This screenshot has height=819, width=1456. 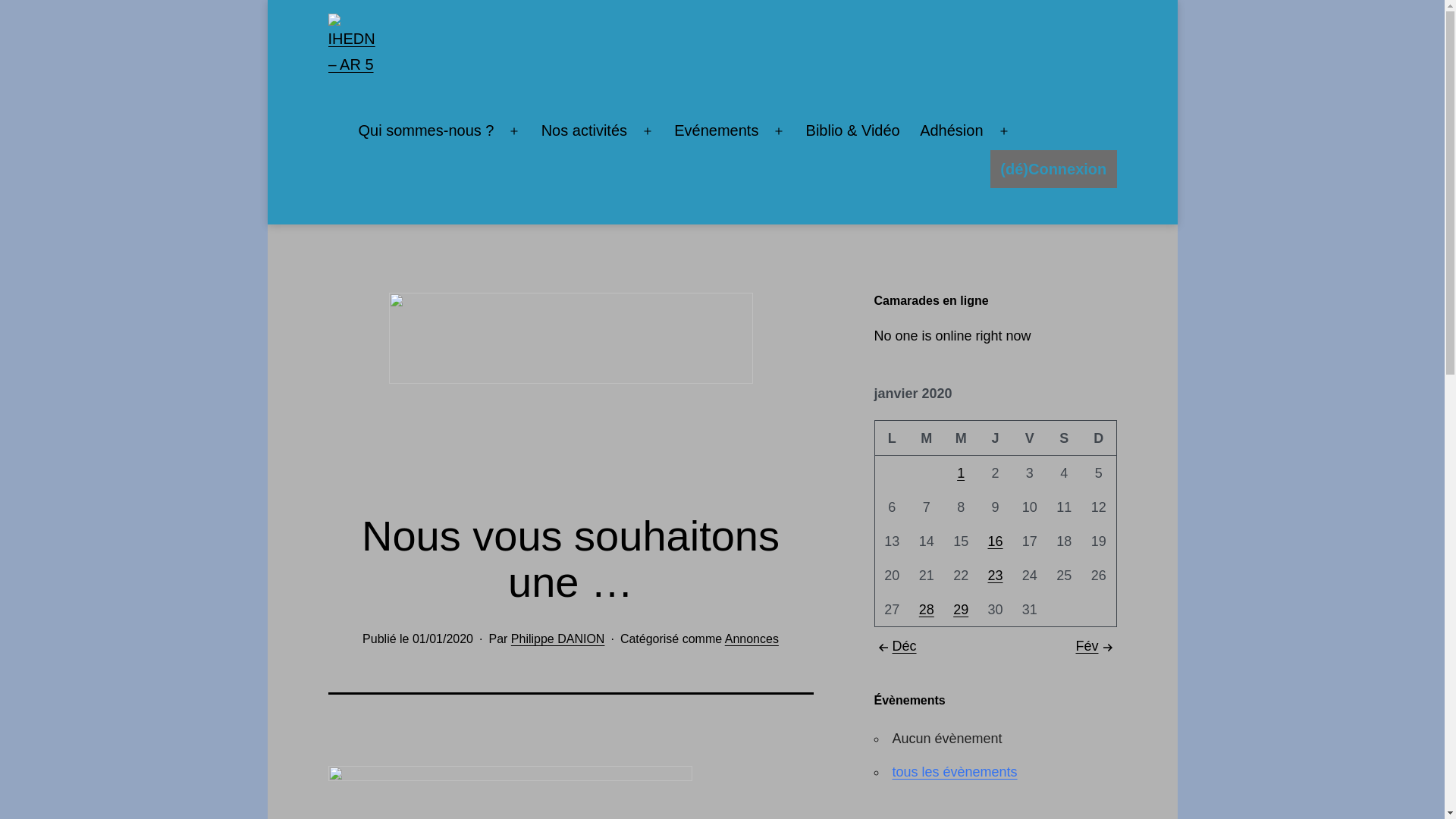 What do you see at coordinates (926, 608) in the screenshot?
I see `'28'` at bounding box center [926, 608].